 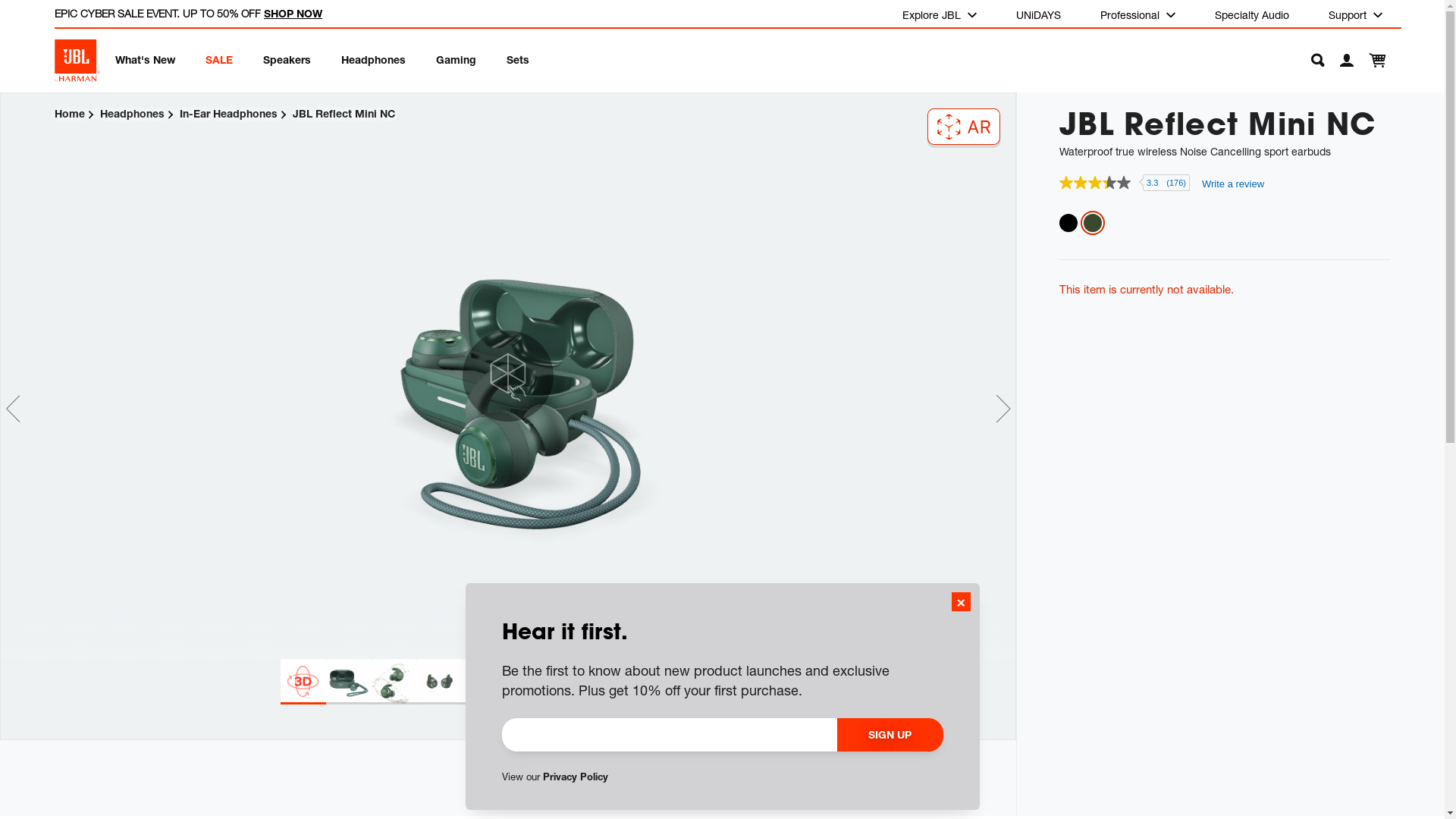 I want to click on 'PREVIOUS', so click(x=13, y=408).